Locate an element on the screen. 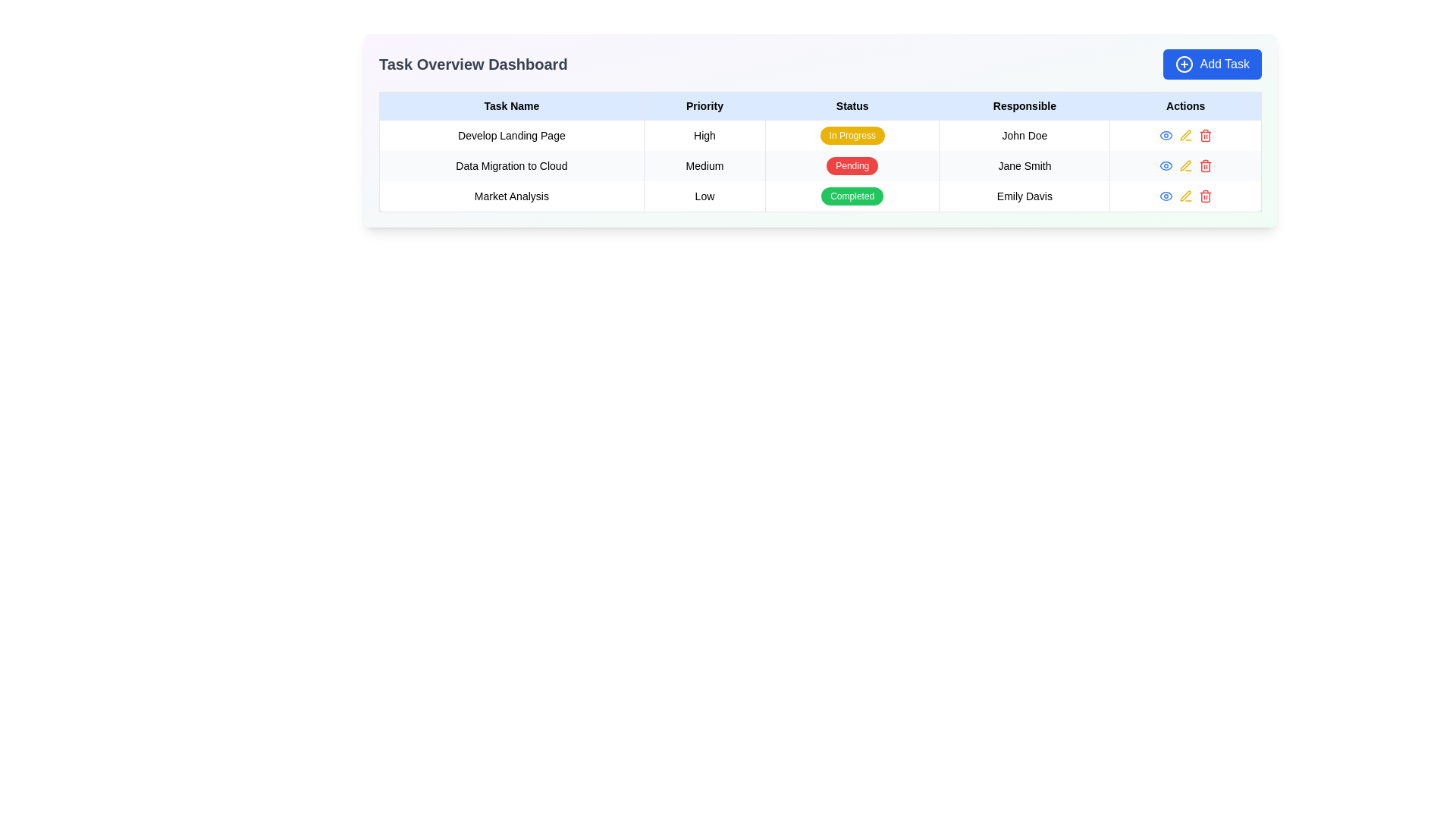  the pencil icon in the Actions column of the second row of the table is located at coordinates (1185, 166).